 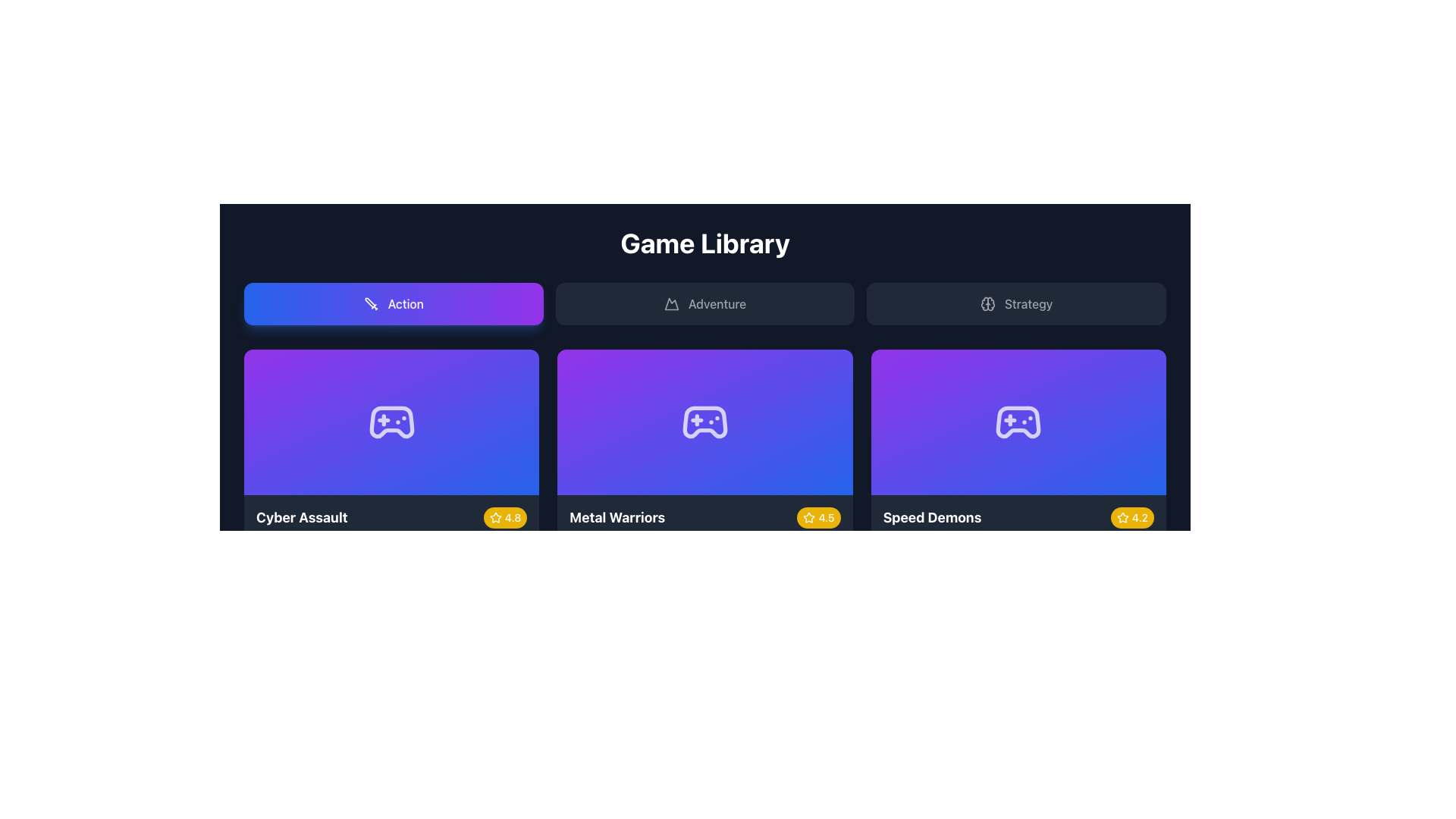 What do you see at coordinates (505, 516) in the screenshot?
I see `the displayed content of the Rating badge for the game 'Cyber Assault', which features a yellow background and shows a star icon followed by the text '4.8'` at bounding box center [505, 516].